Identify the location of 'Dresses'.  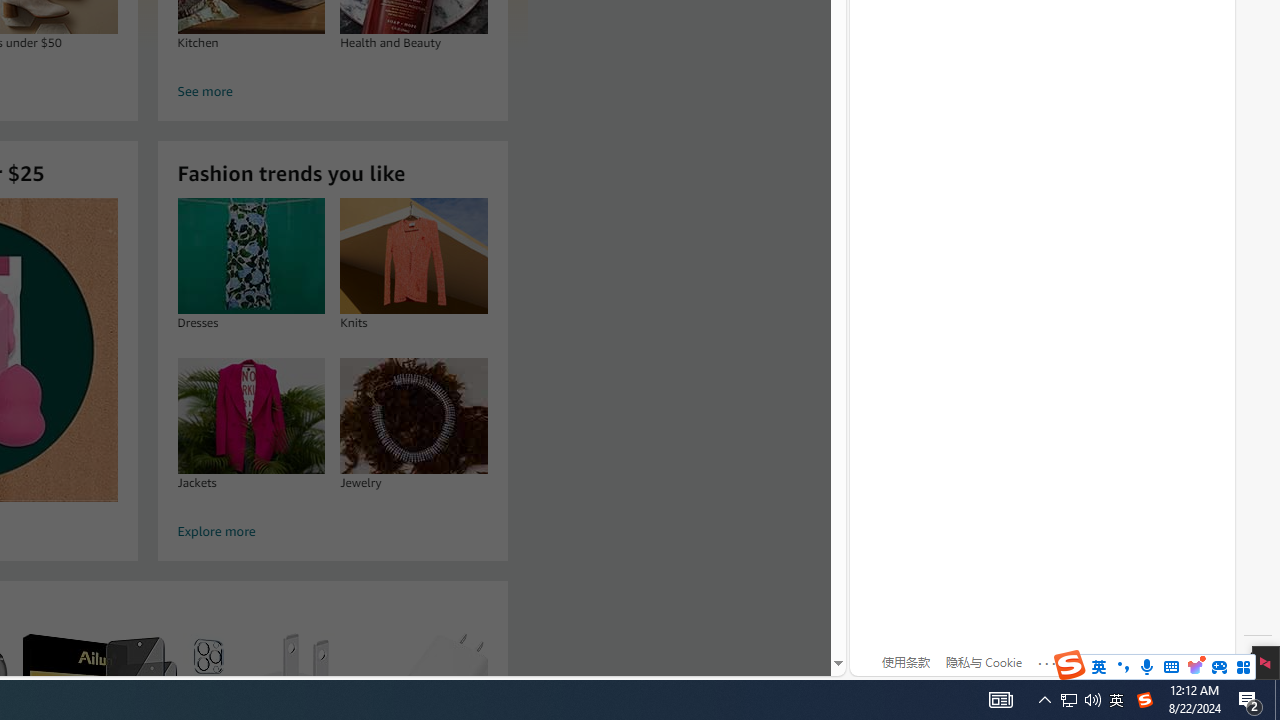
(249, 255).